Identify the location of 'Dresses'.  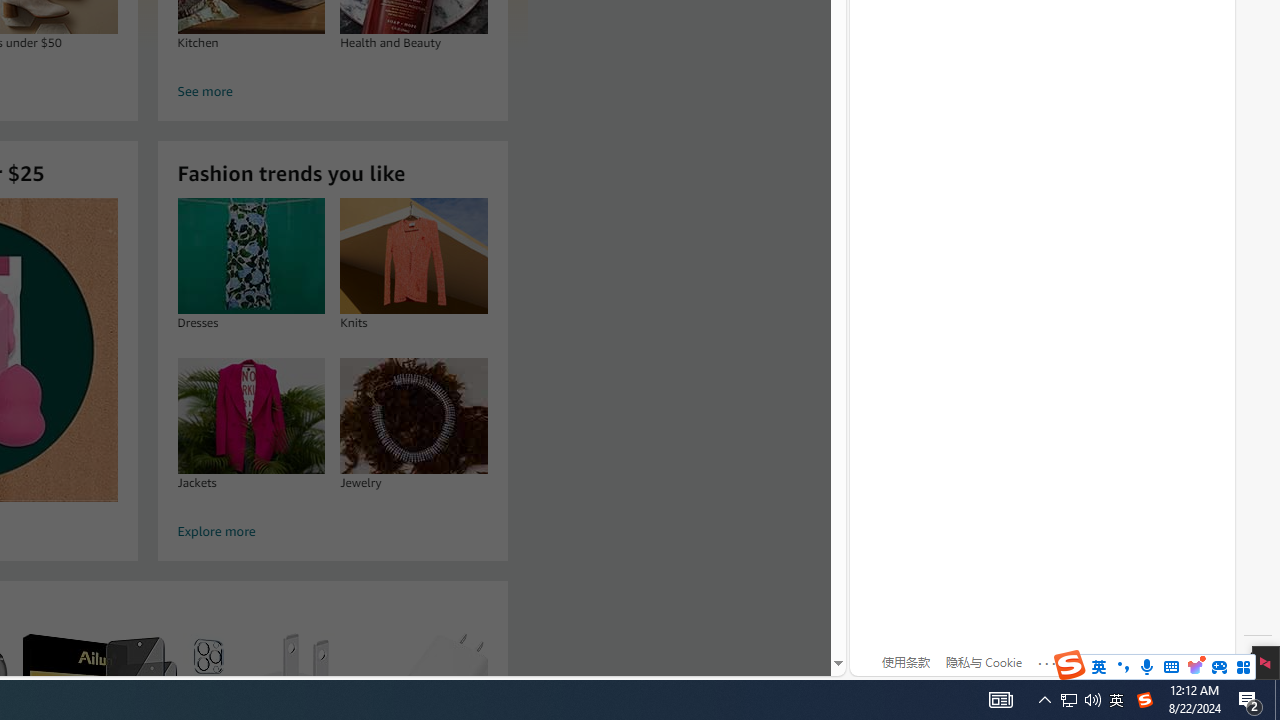
(249, 255).